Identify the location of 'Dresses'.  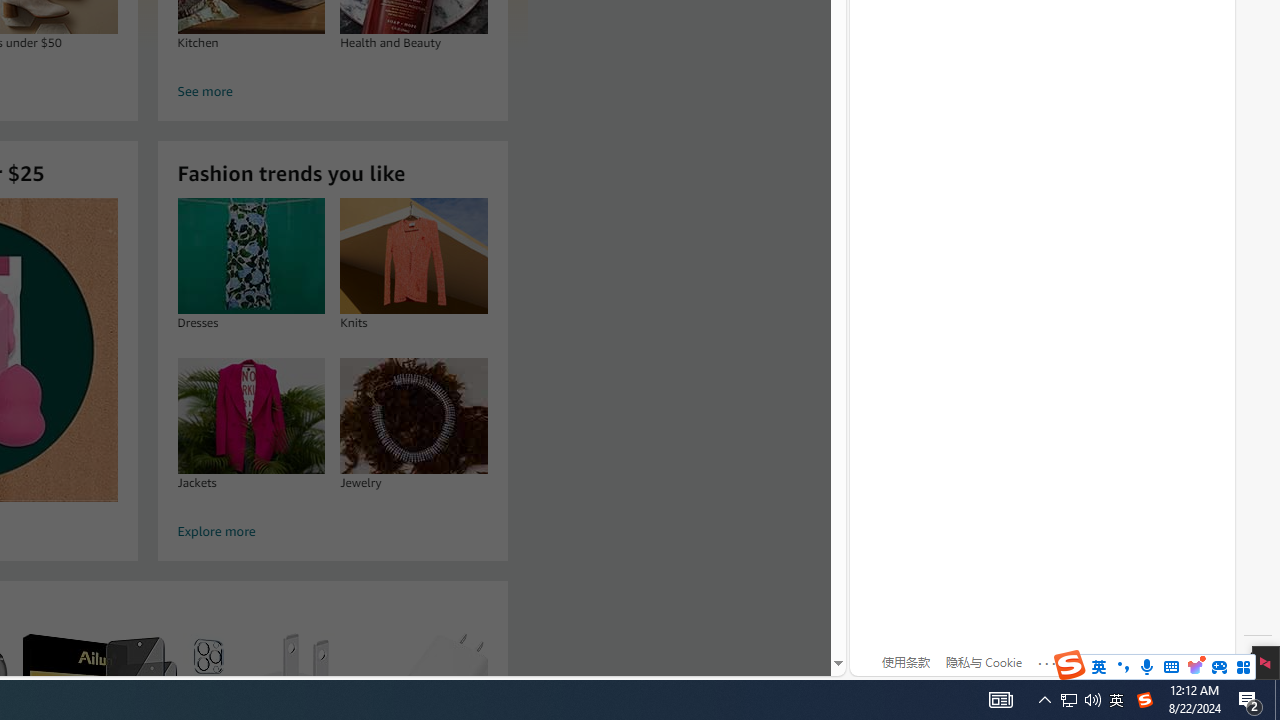
(249, 255).